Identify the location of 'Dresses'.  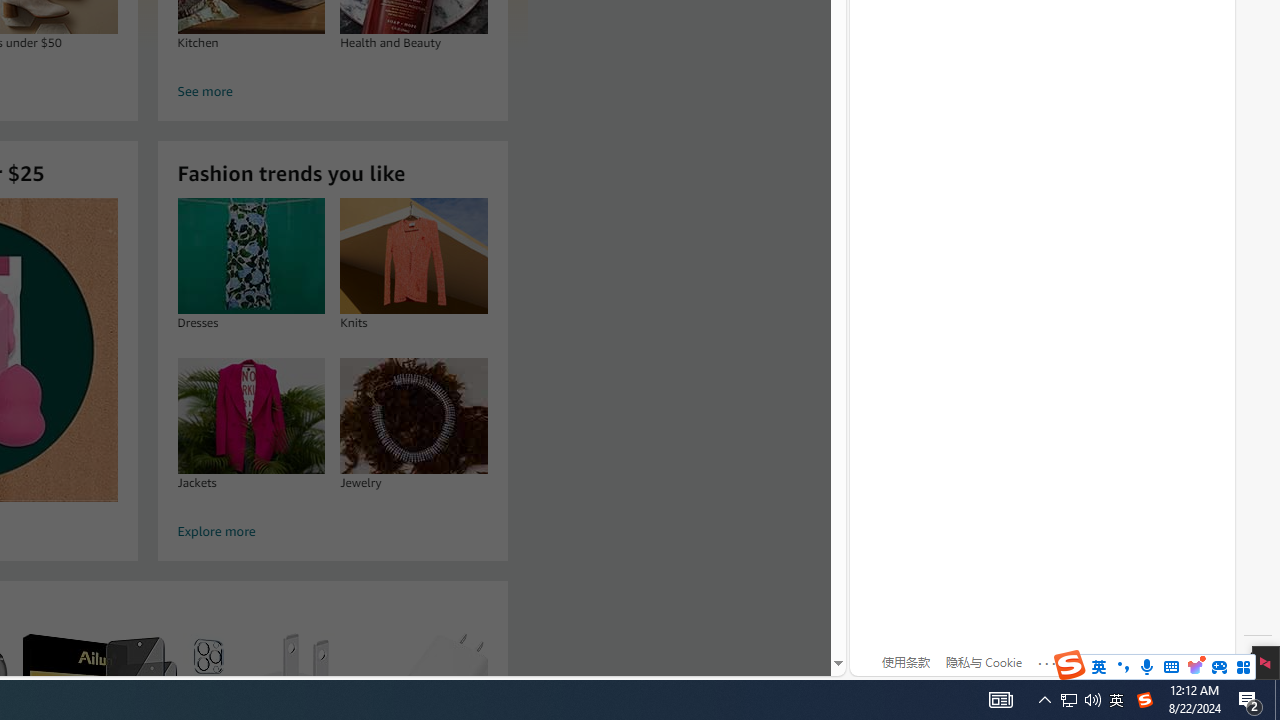
(249, 255).